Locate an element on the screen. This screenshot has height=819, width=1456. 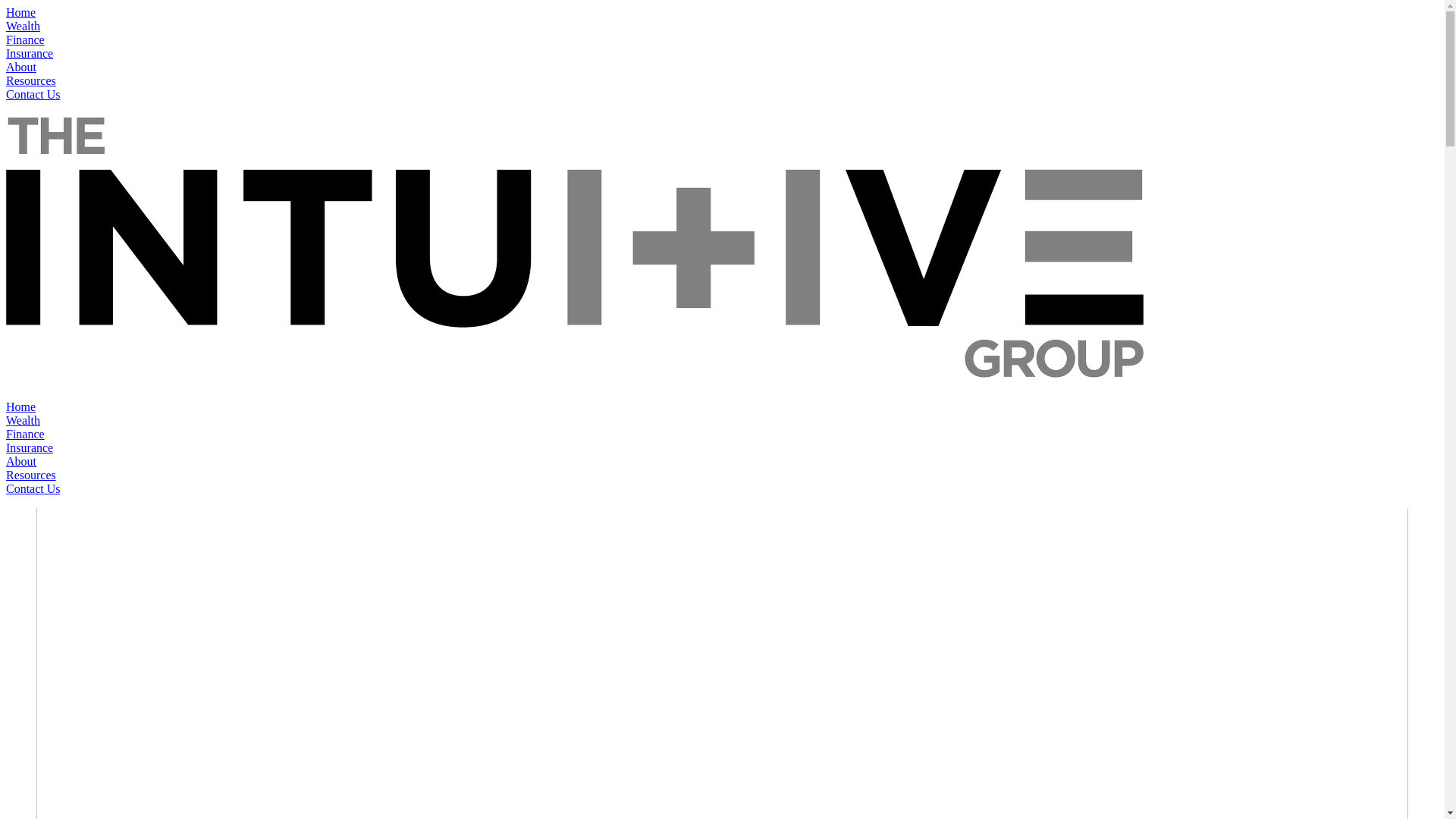
'Insurance' is located at coordinates (29, 447).